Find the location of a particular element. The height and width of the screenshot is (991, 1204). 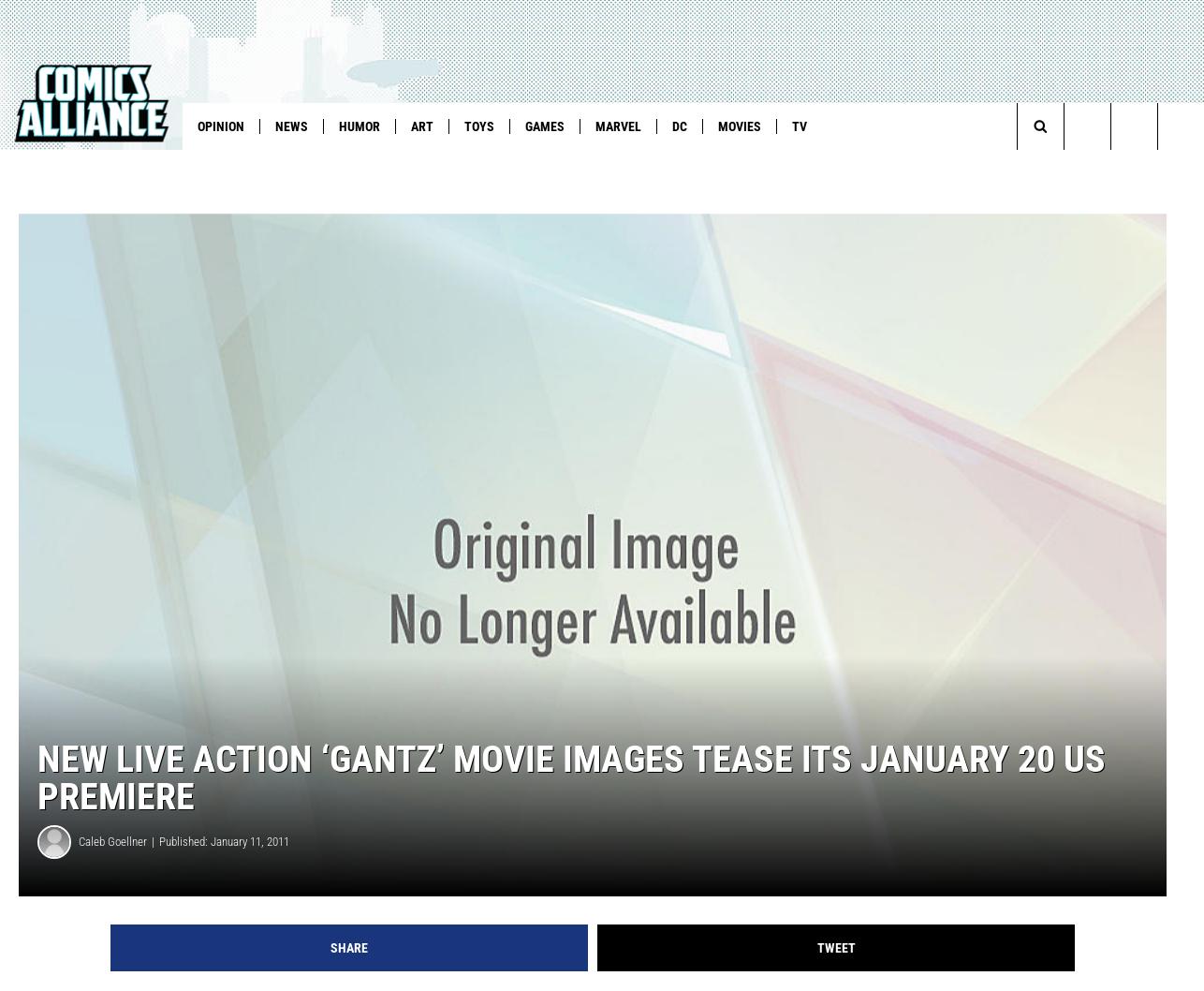

'New Live Action ‘Gantz’ Movie Images Tease its January 20 US Premiere' is located at coordinates (570, 806).